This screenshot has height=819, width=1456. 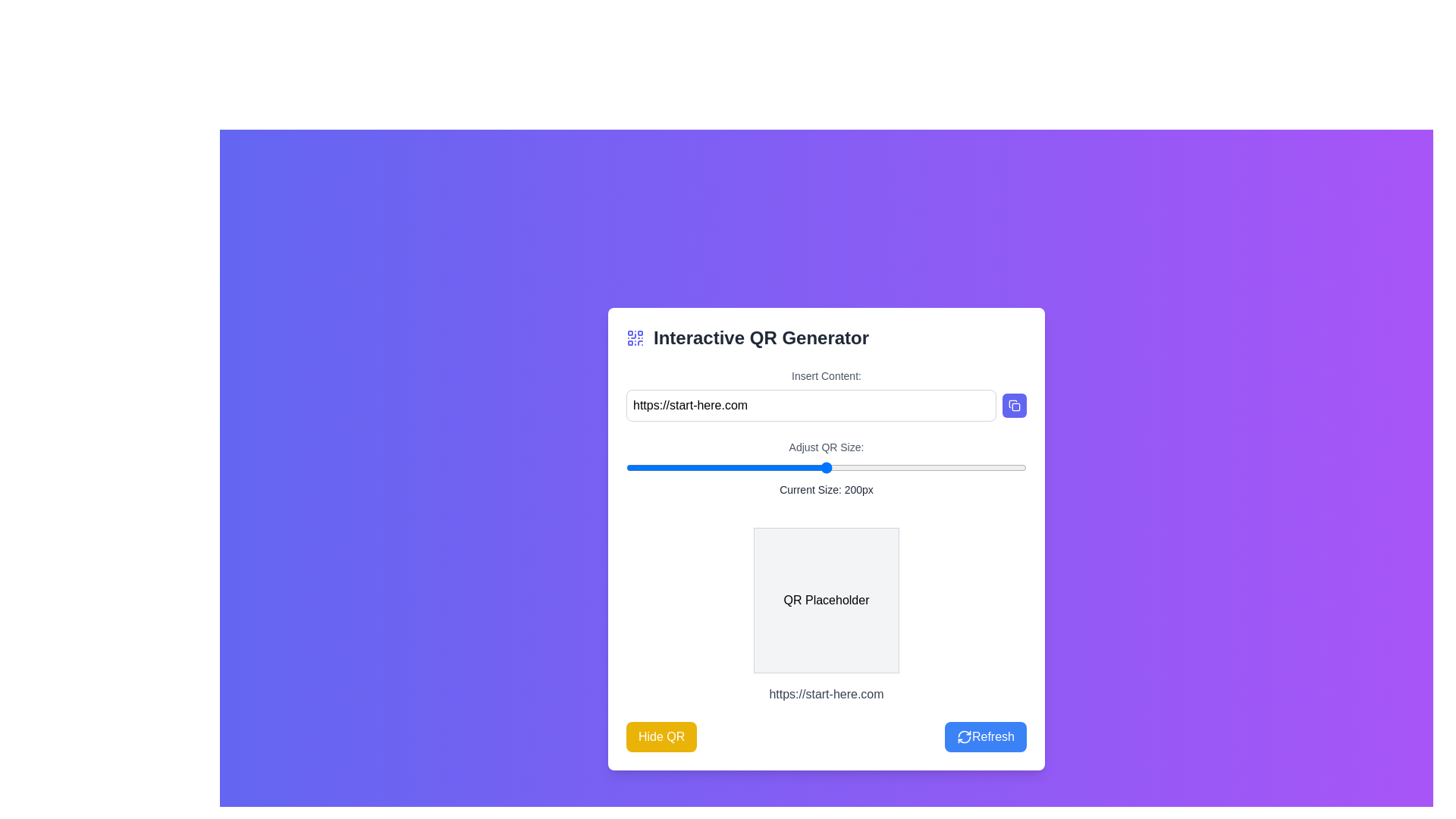 What do you see at coordinates (986, 736) in the screenshot?
I see `the refresh button located near the bottom-right corner of the white panel, positioned to the right of the 'Hide QR' button to refresh the displayed content` at bounding box center [986, 736].